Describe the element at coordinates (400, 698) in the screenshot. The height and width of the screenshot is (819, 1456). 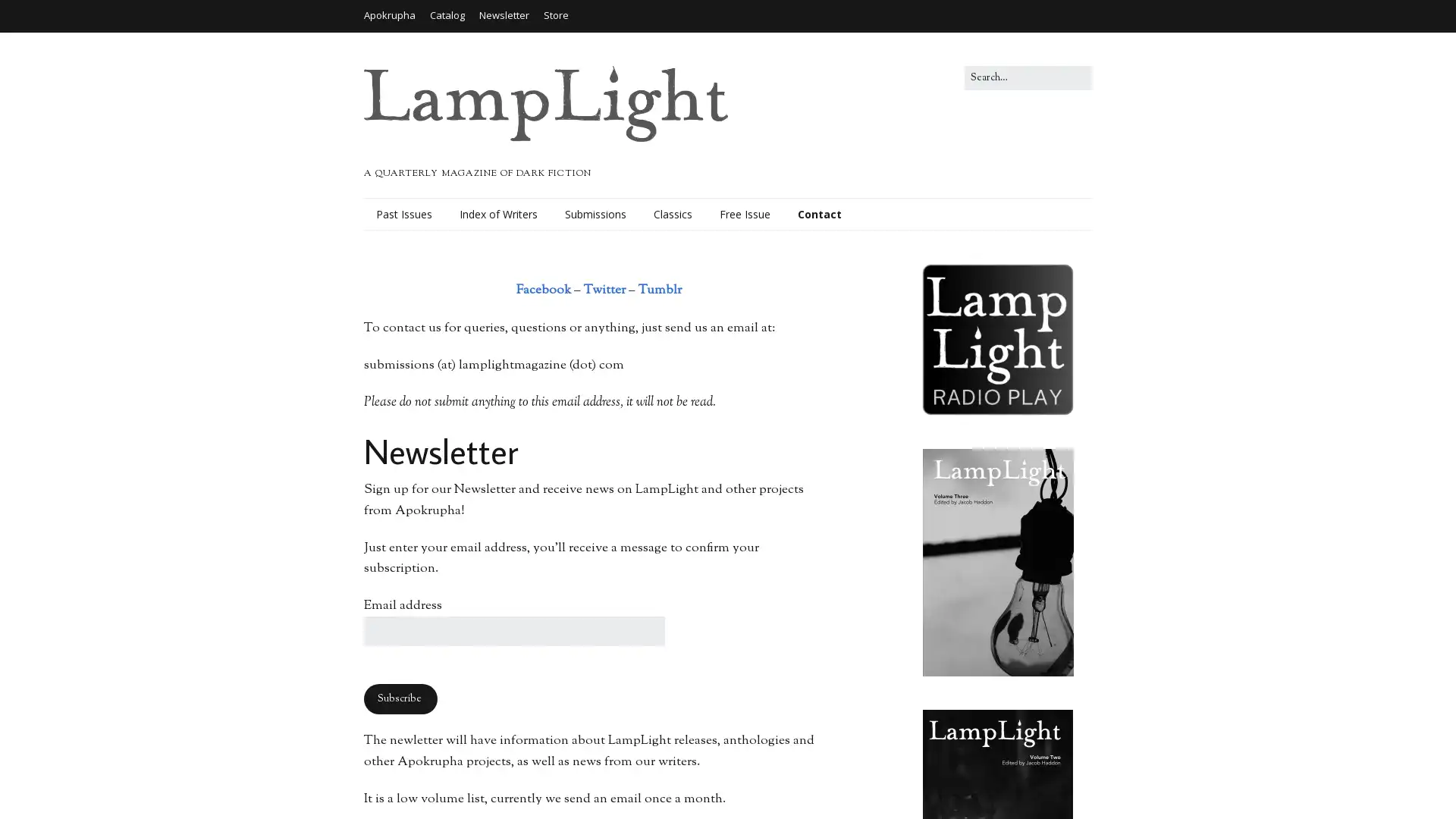
I see `Subscribe` at that location.